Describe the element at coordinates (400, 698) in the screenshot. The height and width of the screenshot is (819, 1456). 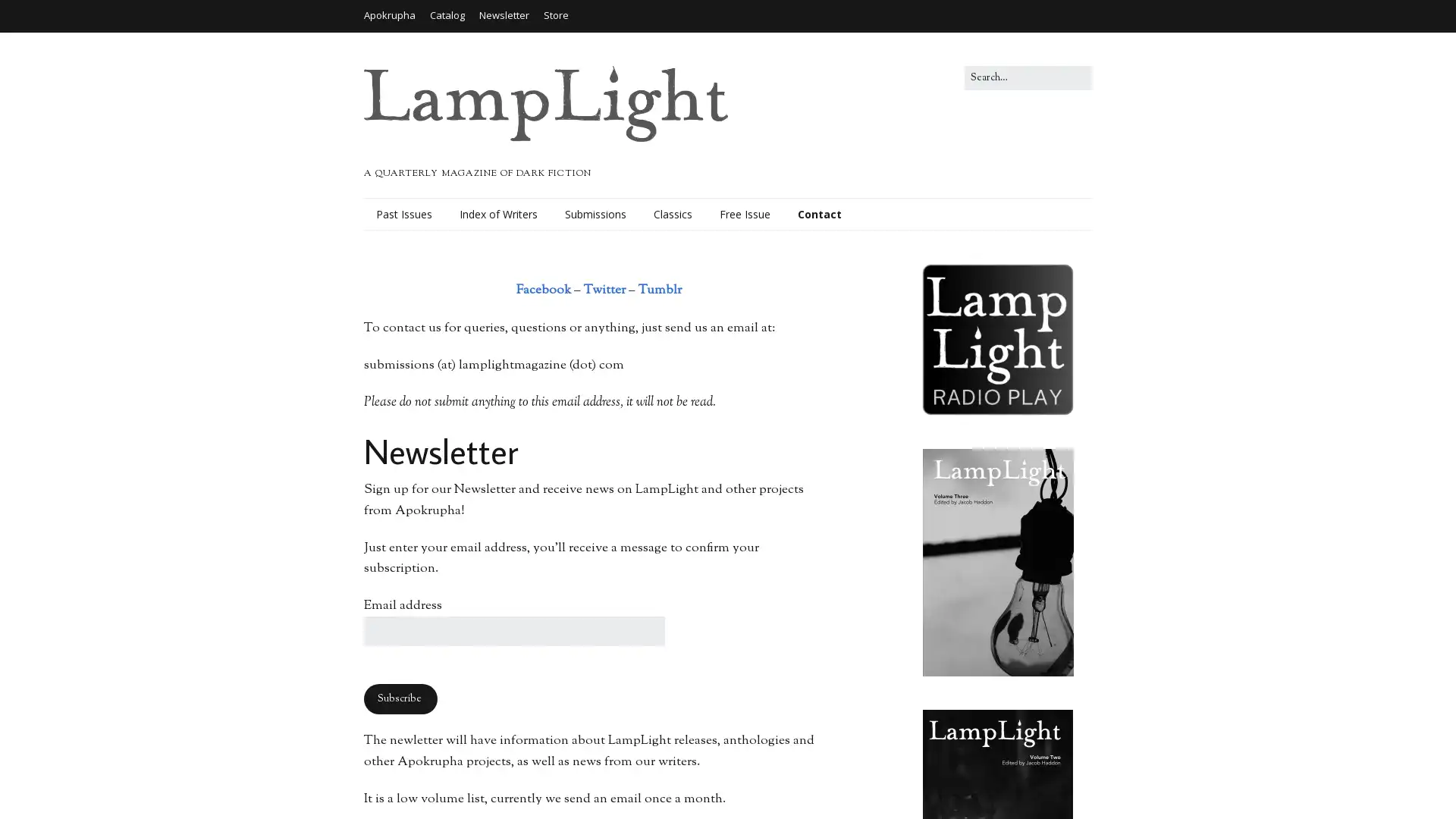
I see `Subscribe` at that location.